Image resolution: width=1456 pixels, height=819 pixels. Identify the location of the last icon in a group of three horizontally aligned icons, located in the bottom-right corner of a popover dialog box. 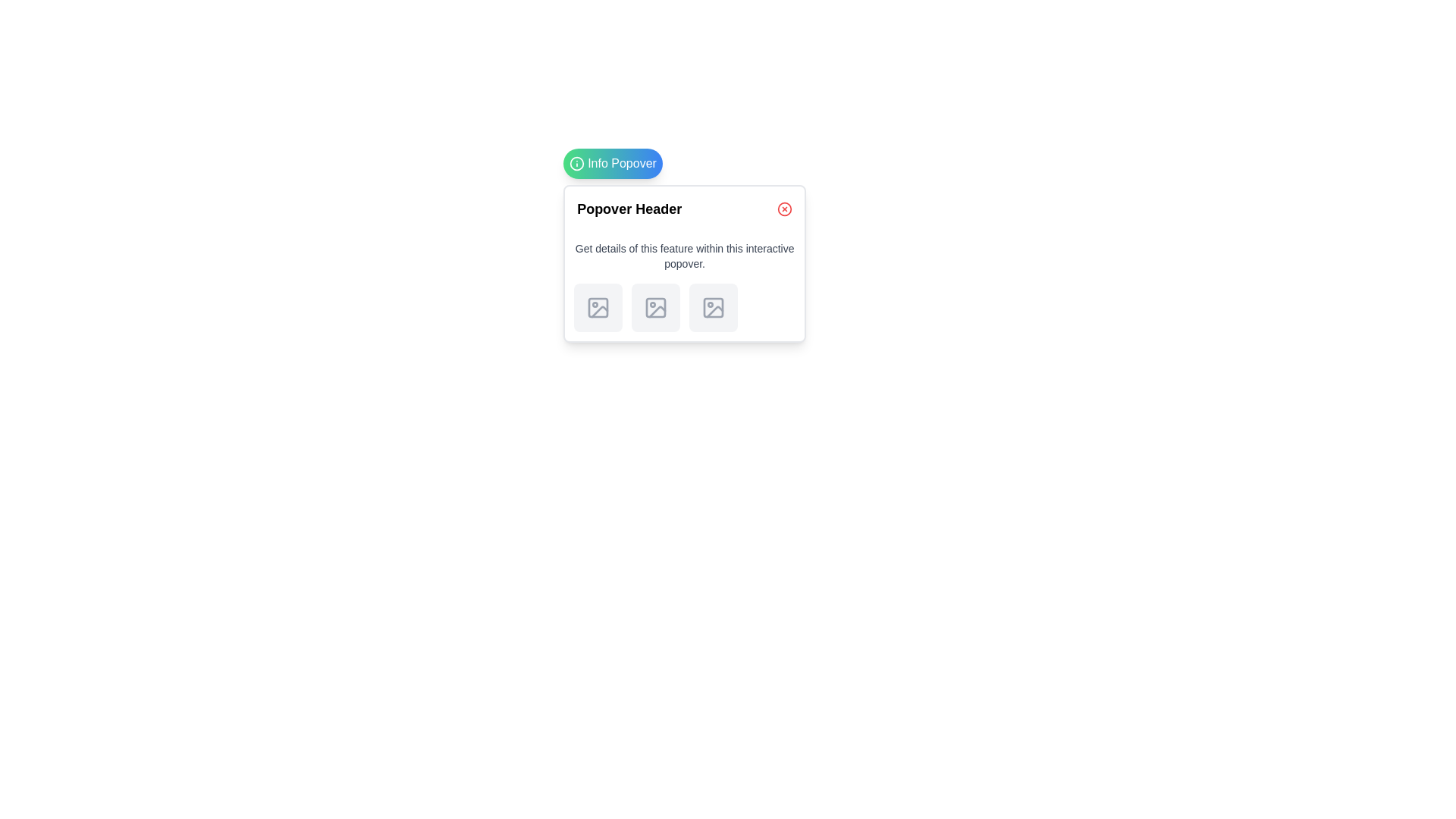
(713, 307).